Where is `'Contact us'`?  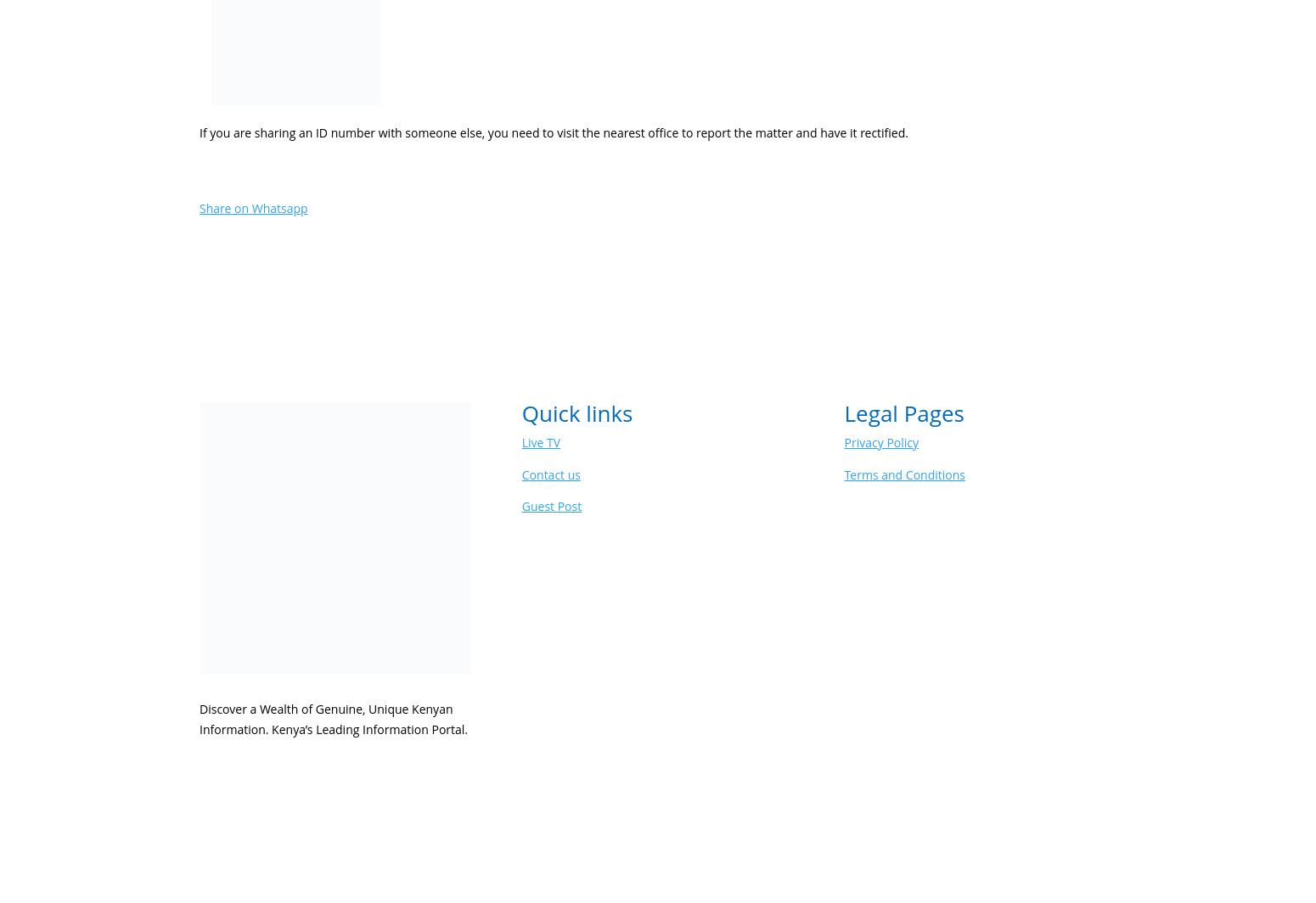 'Contact us' is located at coordinates (520, 474).